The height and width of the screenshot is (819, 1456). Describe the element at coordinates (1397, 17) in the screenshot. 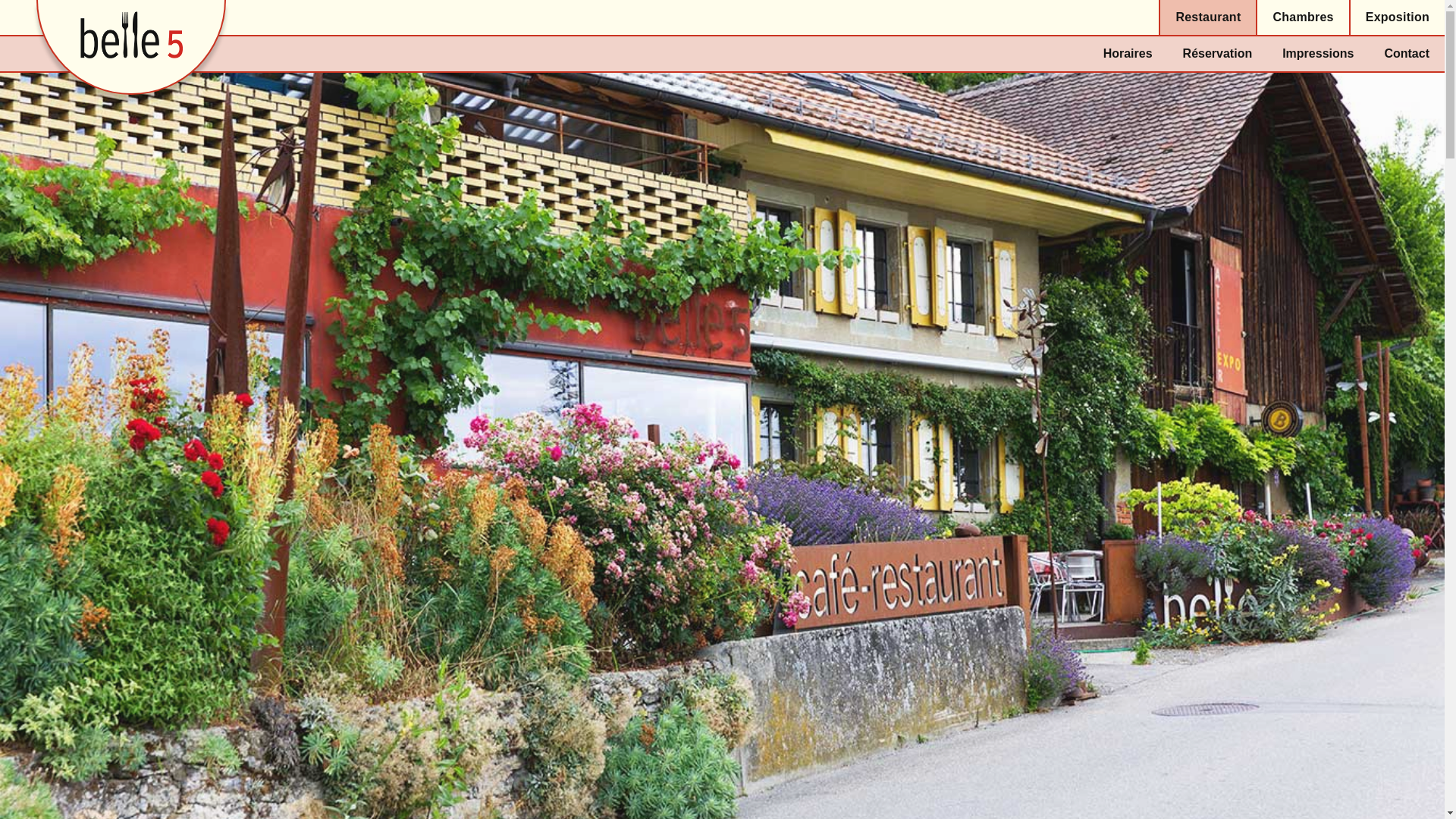

I see `'Exposition'` at that location.